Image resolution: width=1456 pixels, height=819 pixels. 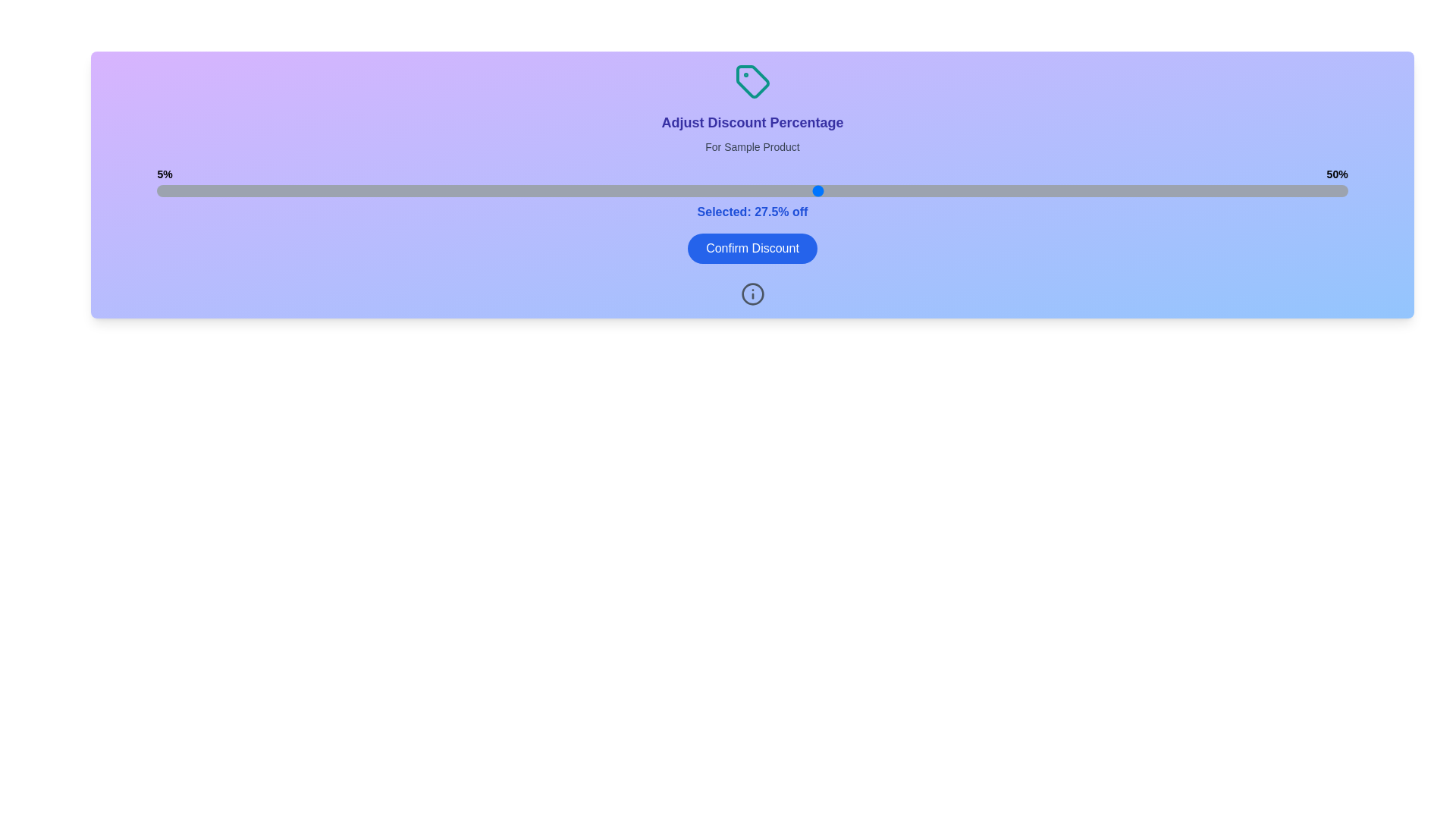 What do you see at coordinates (752, 174) in the screenshot?
I see `the text label displaying '5%' and '50%' that is horizontally centered above a gray slider bar` at bounding box center [752, 174].